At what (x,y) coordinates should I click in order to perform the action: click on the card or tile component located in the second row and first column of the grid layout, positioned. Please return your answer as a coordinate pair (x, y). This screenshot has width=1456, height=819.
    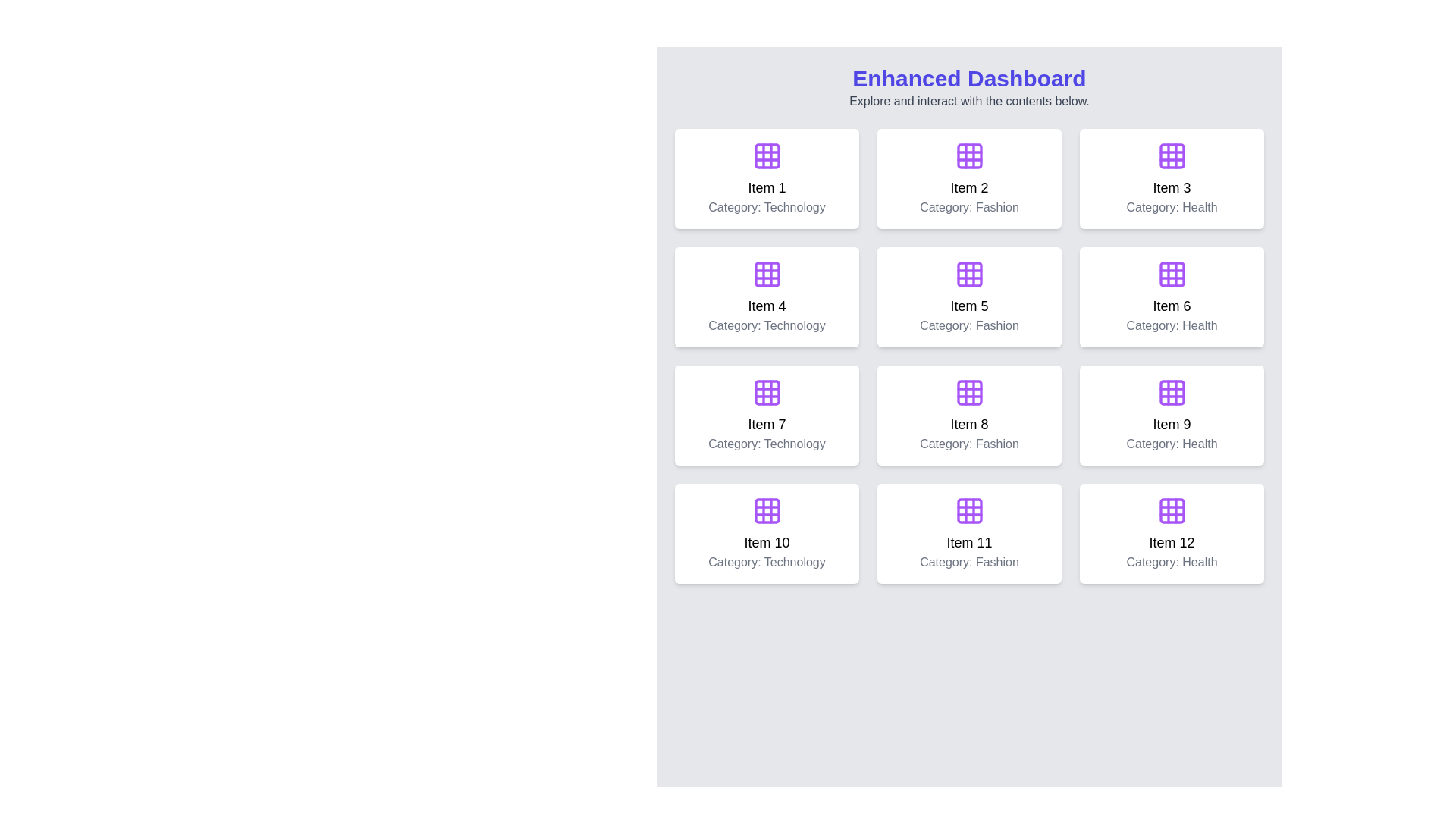
    Looking at the image, I should click on (767, 297).